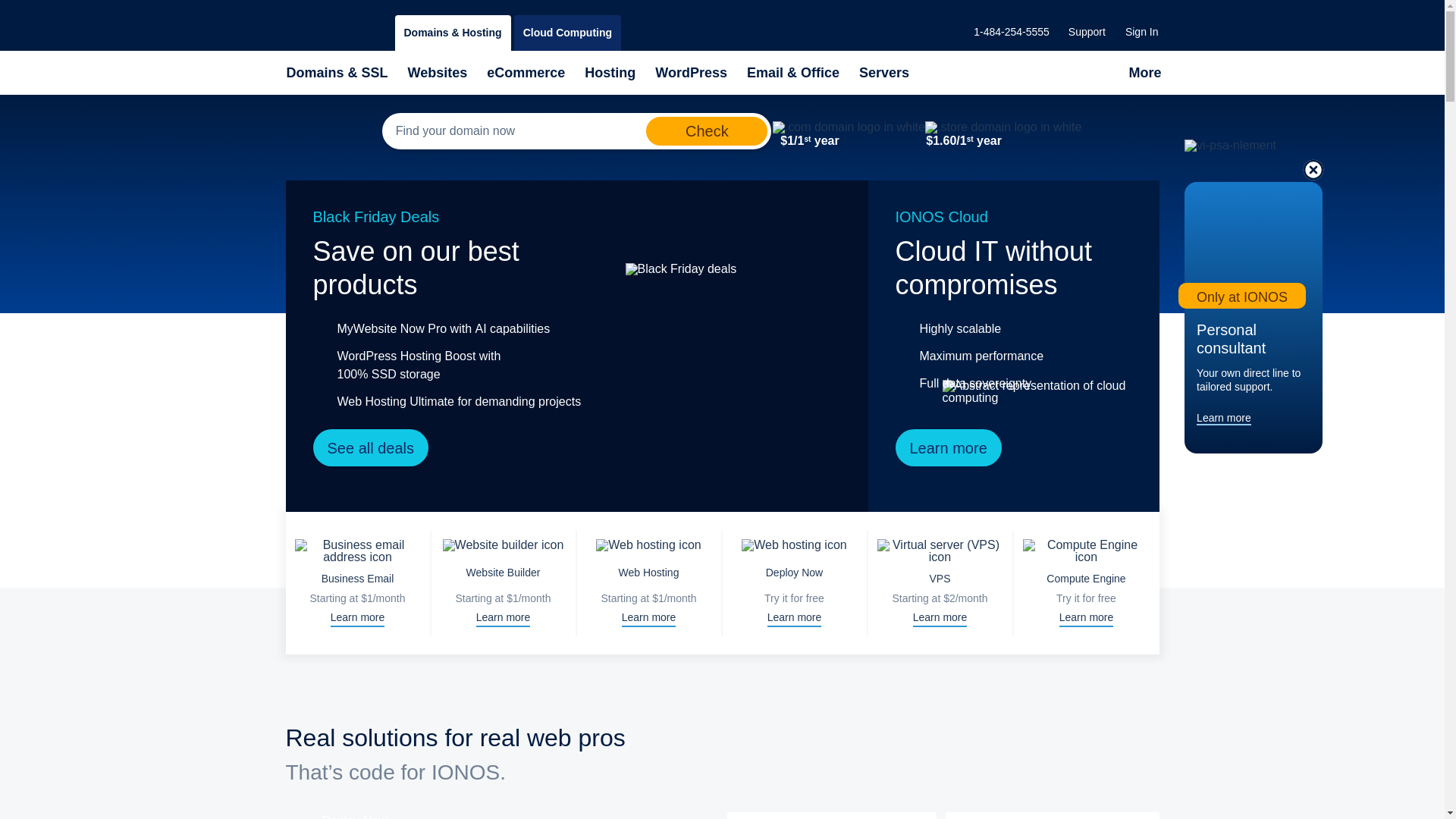 This screenshot has height=819, width=1456. Describe the element at coordinates (884, 73) in the screenshot. I see `'Servers'` at that location.